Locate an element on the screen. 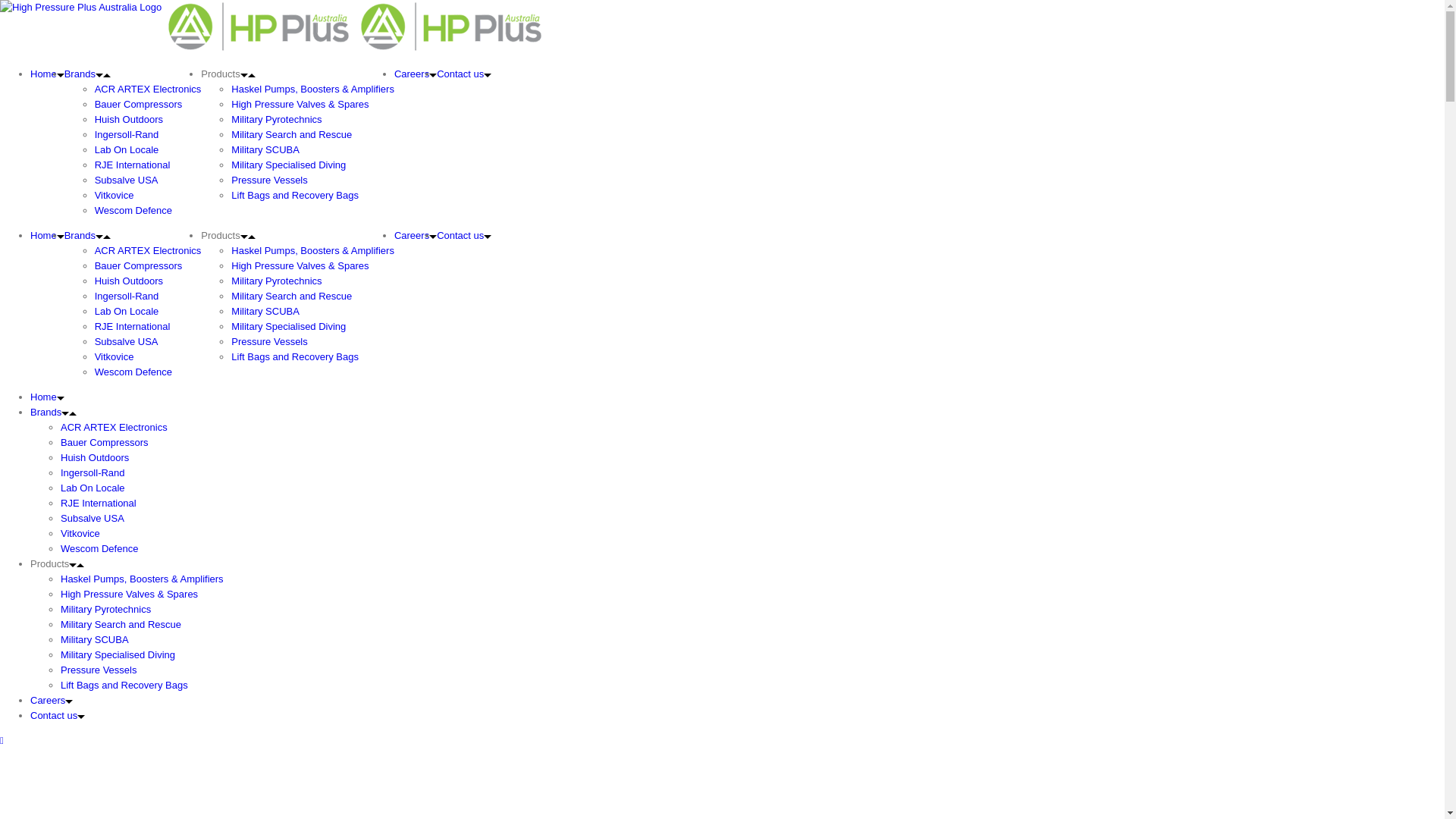 Image resolution: width=1456 pixels, height=819 pixels. 'Contact us' is located at coordinates (58, 715).